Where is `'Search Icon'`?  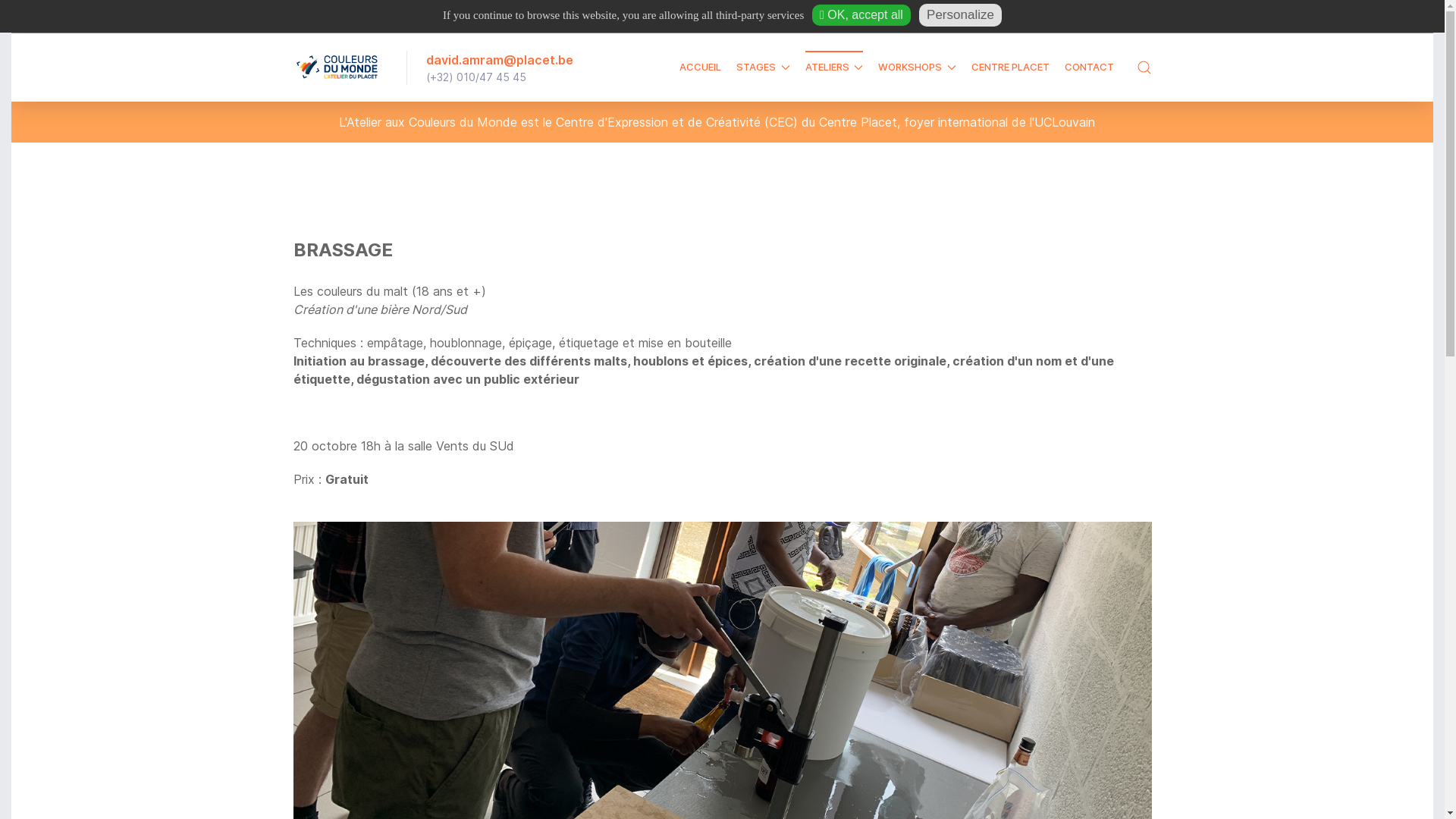
'Search Icon' is located at coordinates (1143, 66).